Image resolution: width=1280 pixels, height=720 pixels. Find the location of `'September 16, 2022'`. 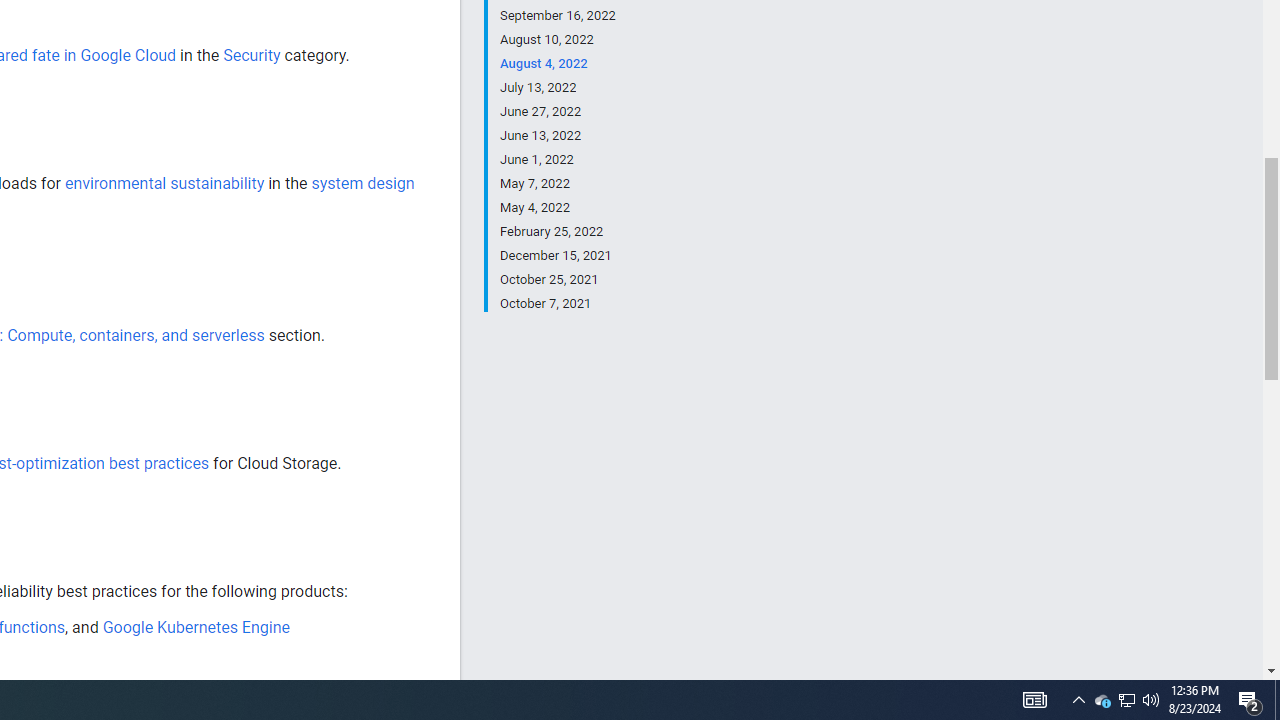

'September 16, 2022' is located at coordinates (557, 16).